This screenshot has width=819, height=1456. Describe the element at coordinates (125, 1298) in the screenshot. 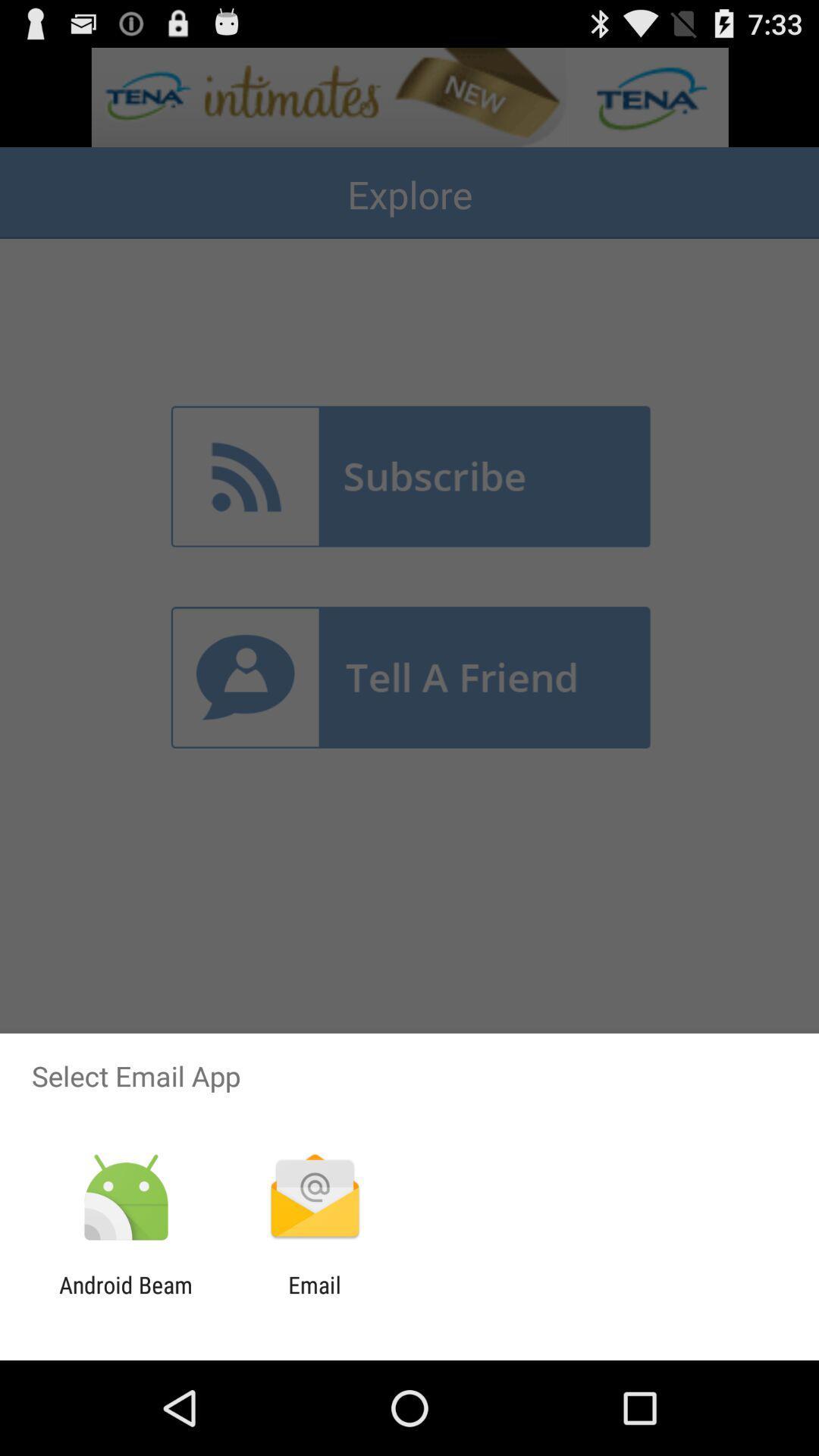

I see `the android beam app` at that location.